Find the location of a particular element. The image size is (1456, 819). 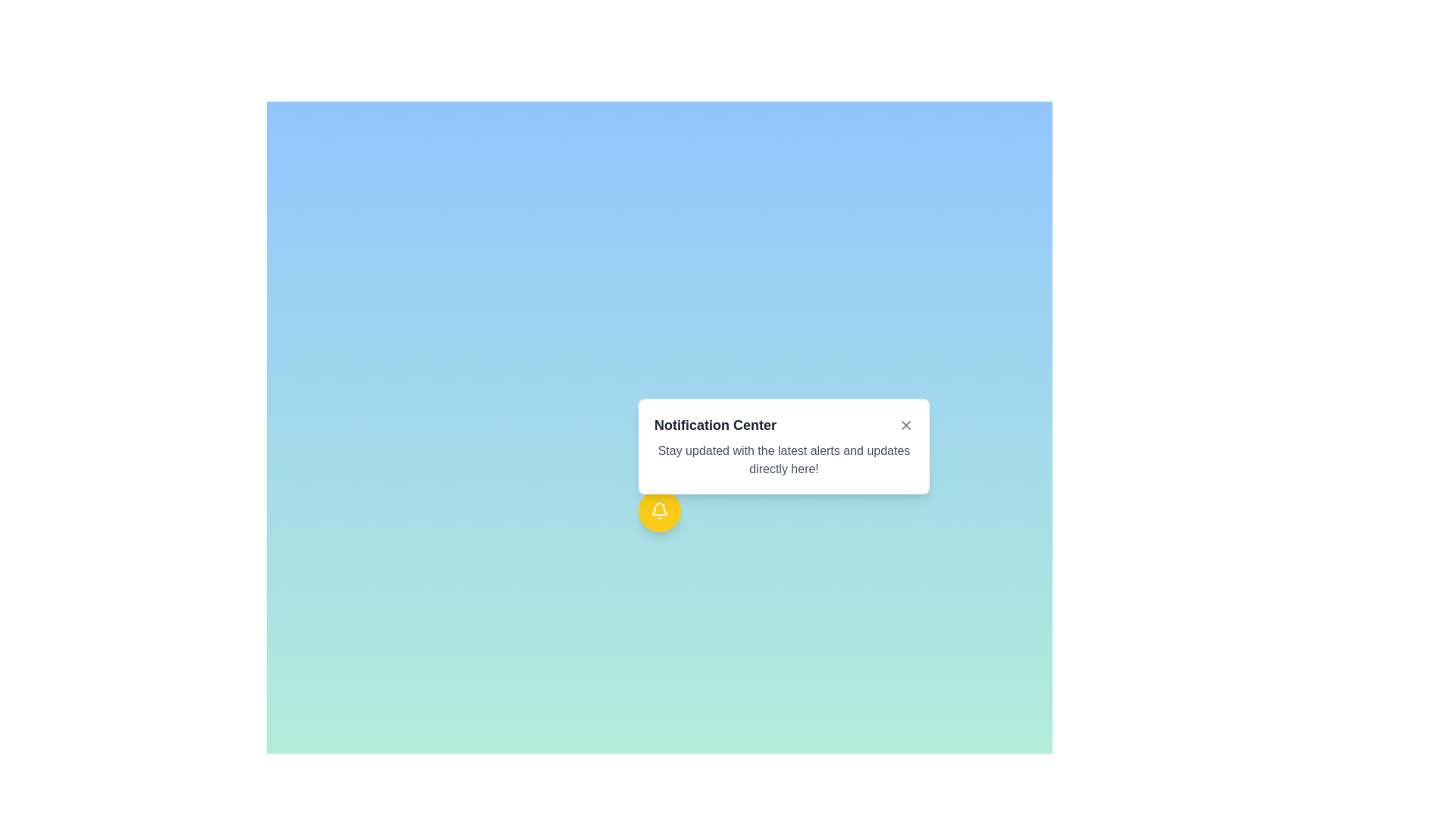

the close button located to the right of the 'Notification Center' text in the notification header bar to trigger hover effects is located at coordinates (906, 425).